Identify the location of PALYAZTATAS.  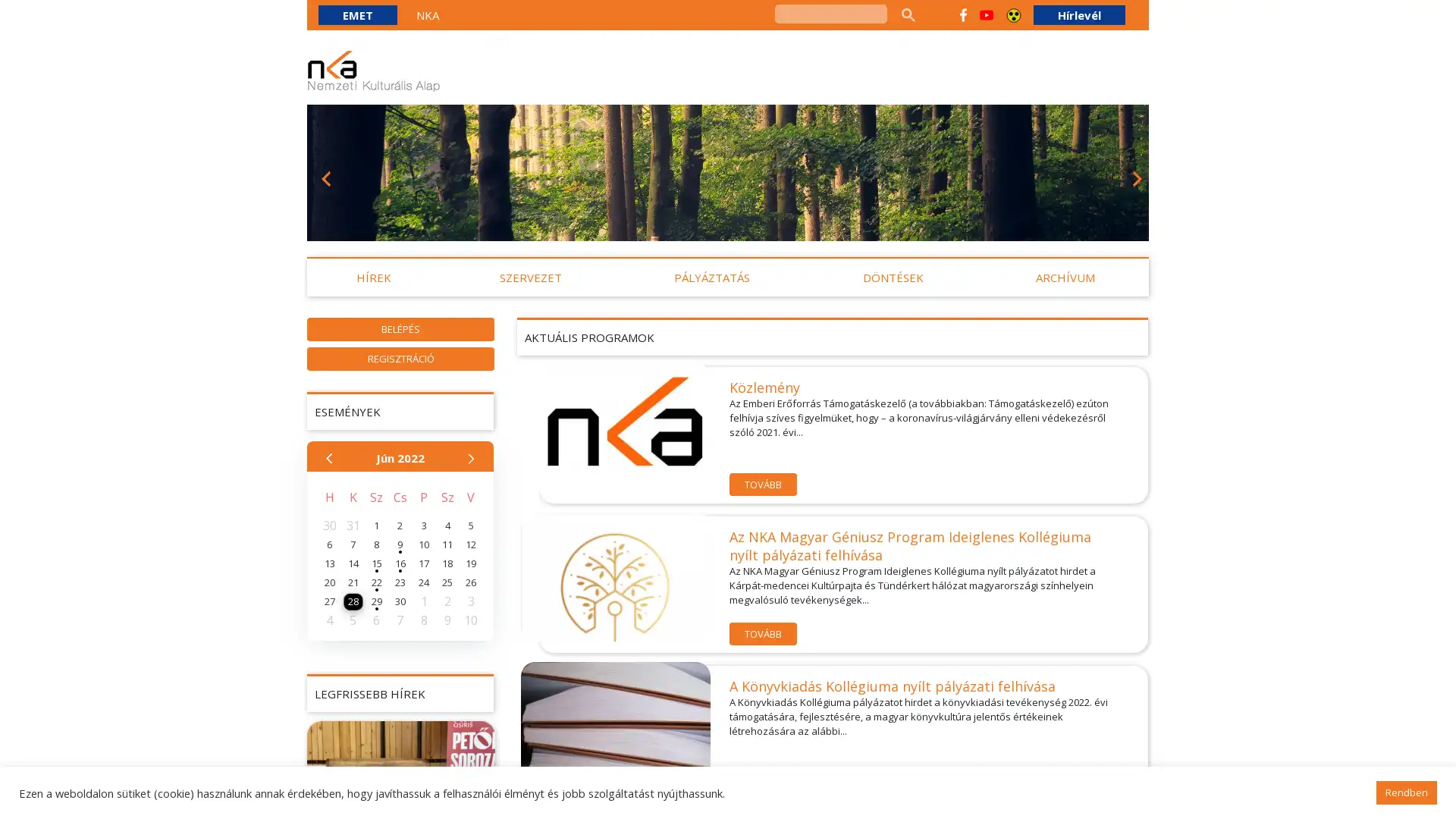
(711, 278).